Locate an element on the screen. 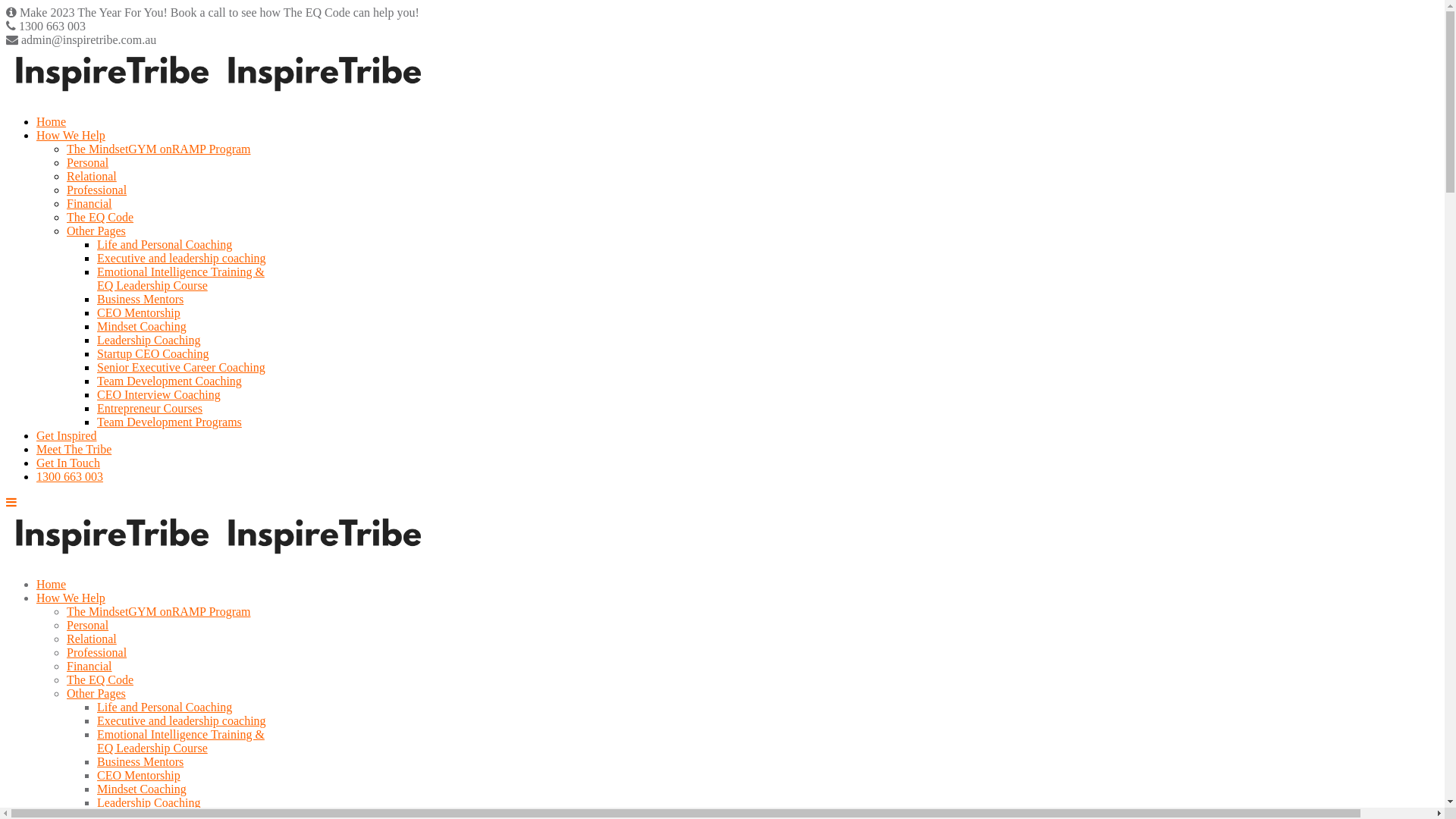 Image resolution: width=1456 pixels, height=819 pixels. 'Leadership Coaching' is located at coordinates (149, 802).